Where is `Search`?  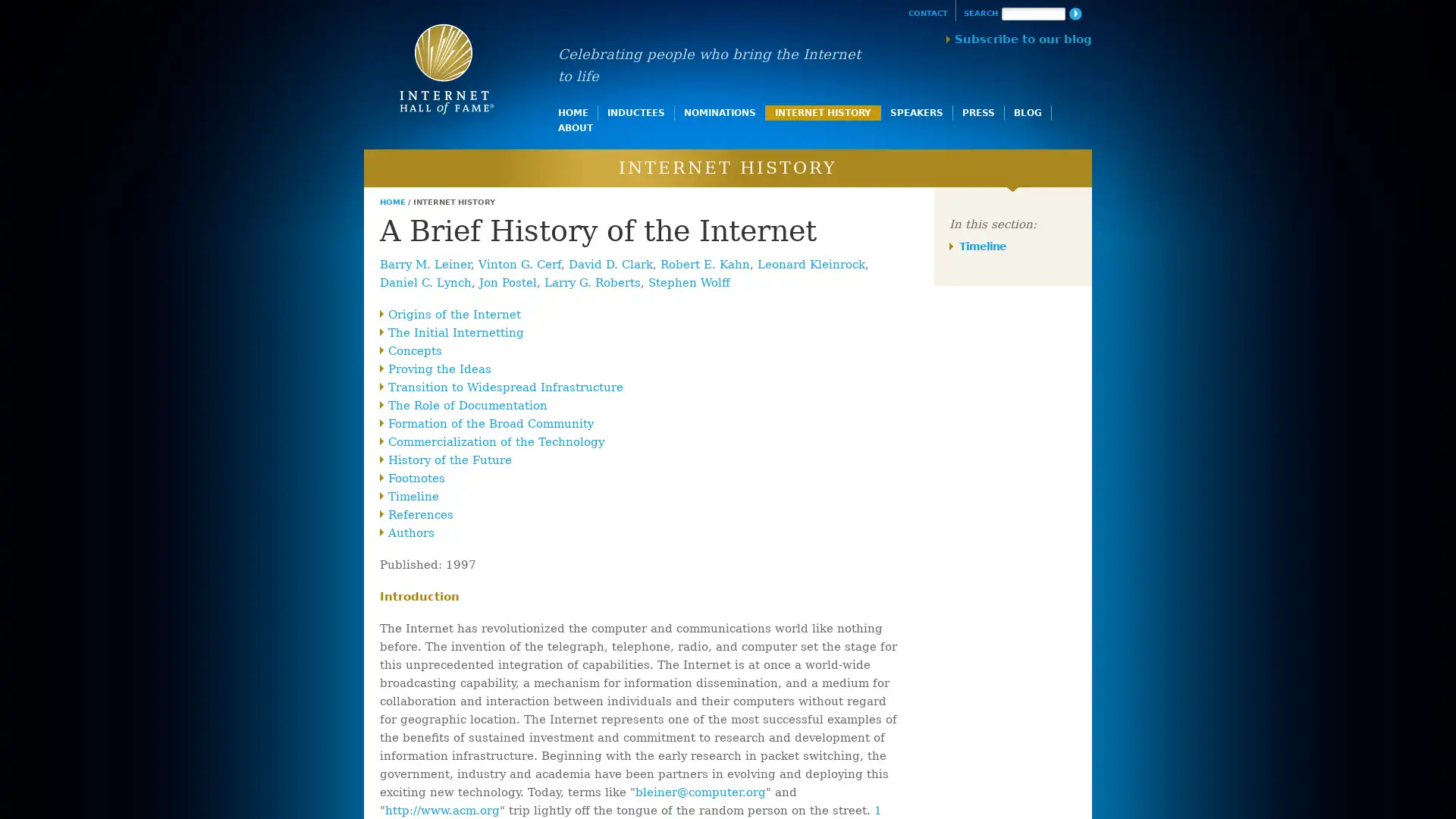 Search is located at coordinates (1074, 14).